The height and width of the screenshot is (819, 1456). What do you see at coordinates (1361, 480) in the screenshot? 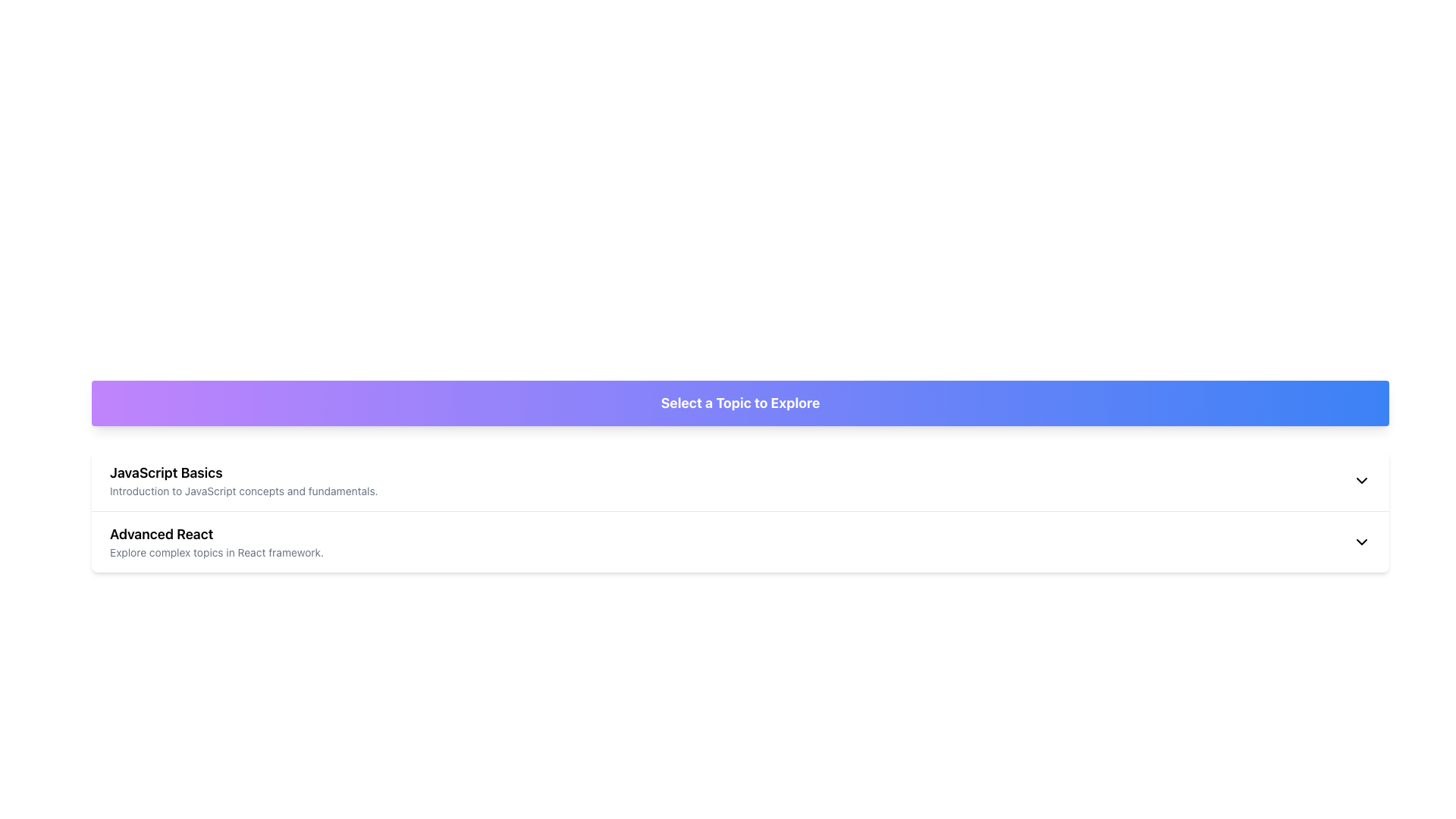
I see `the Chevron icon toggle located at the far right edge of the 'JavaScript Basics' section to provide visual feedback` at bounding box center [1361, 480].